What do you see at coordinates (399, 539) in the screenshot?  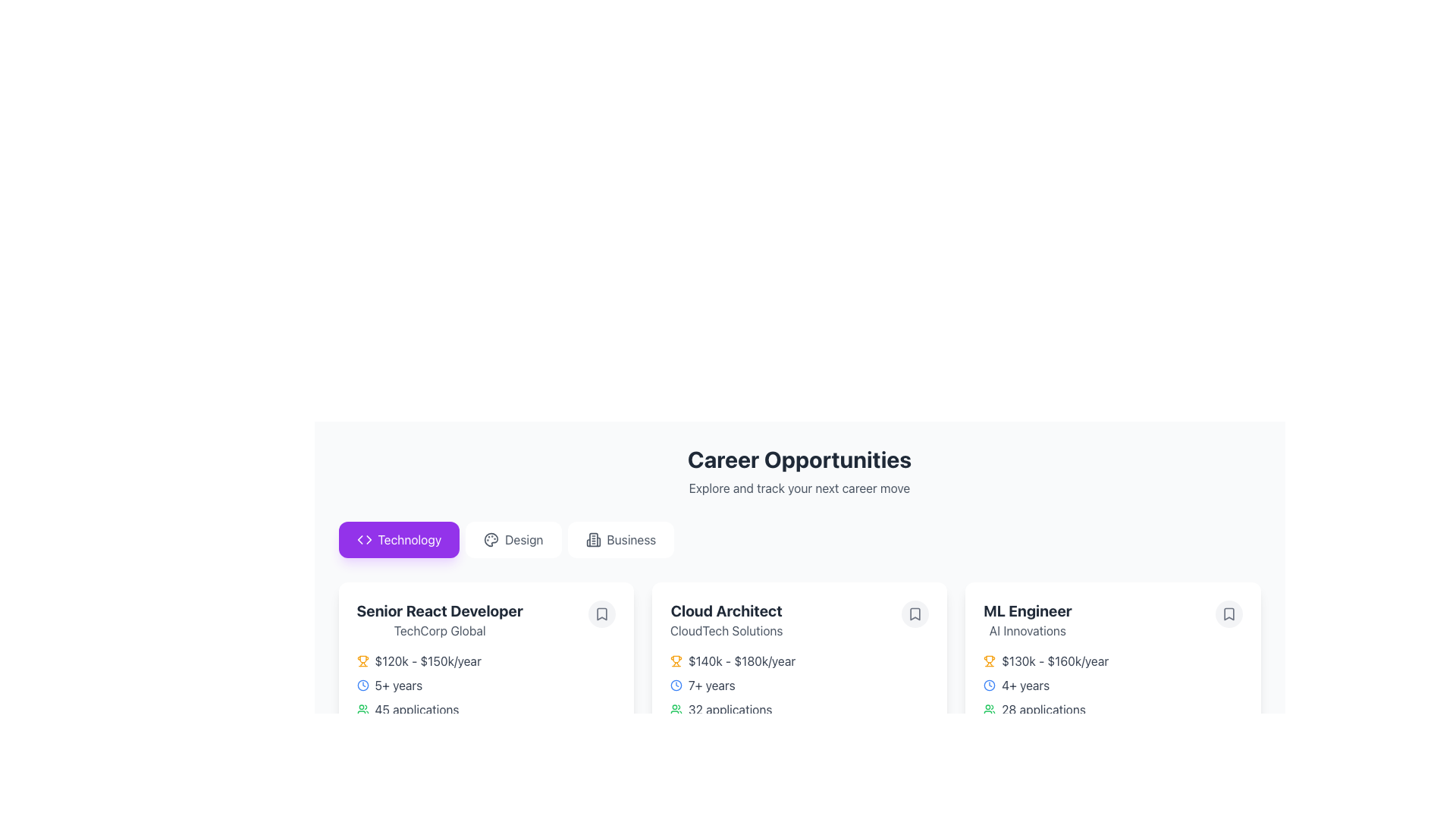 I see `the 'Technology' button, which is a vibrant purple rectangular button with rounded corners and a white text label` at bounding box center [399, 539].